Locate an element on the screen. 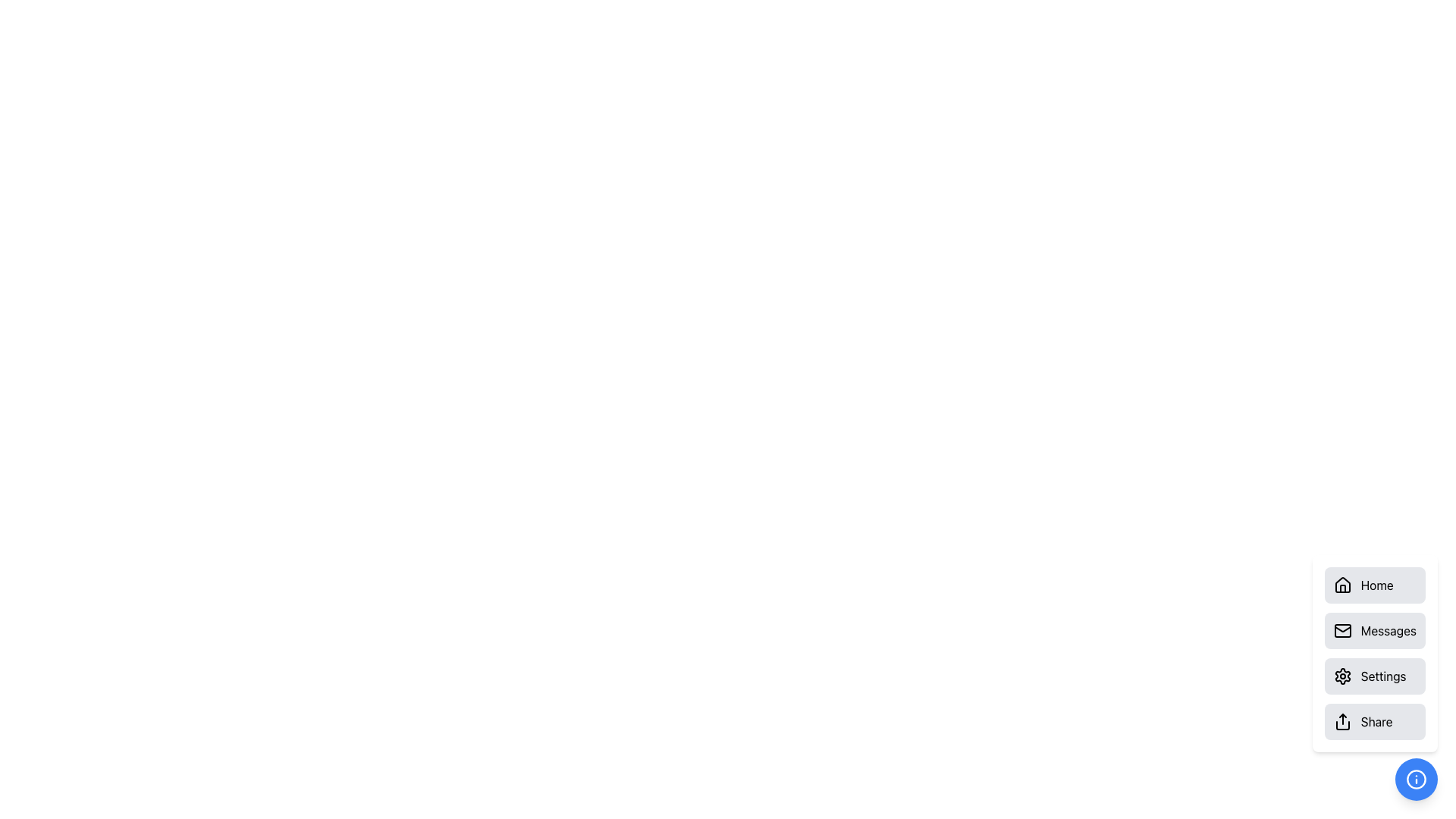  text from the 'Home' label, which is styled with a sans-serif font and located within the first item of a vertical list of menu options, to the right of a house icon is located at coordinates (1377, 584).